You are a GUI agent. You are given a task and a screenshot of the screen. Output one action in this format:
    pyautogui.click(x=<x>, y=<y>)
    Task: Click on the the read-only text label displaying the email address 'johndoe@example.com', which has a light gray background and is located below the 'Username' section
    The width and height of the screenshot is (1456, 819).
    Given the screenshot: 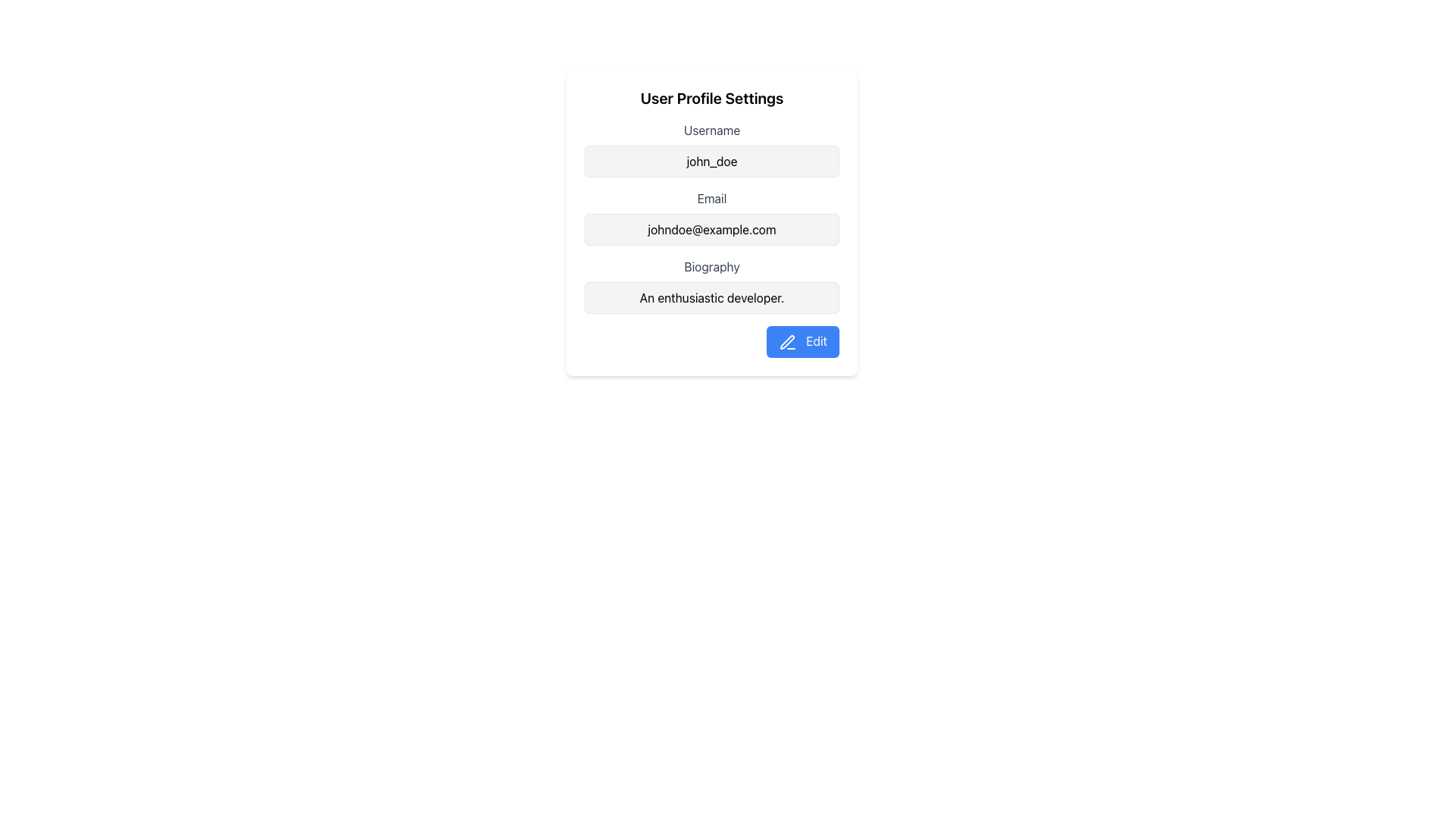 What is the action you would take?
    pyautogui.click(x=711, y=230)
    